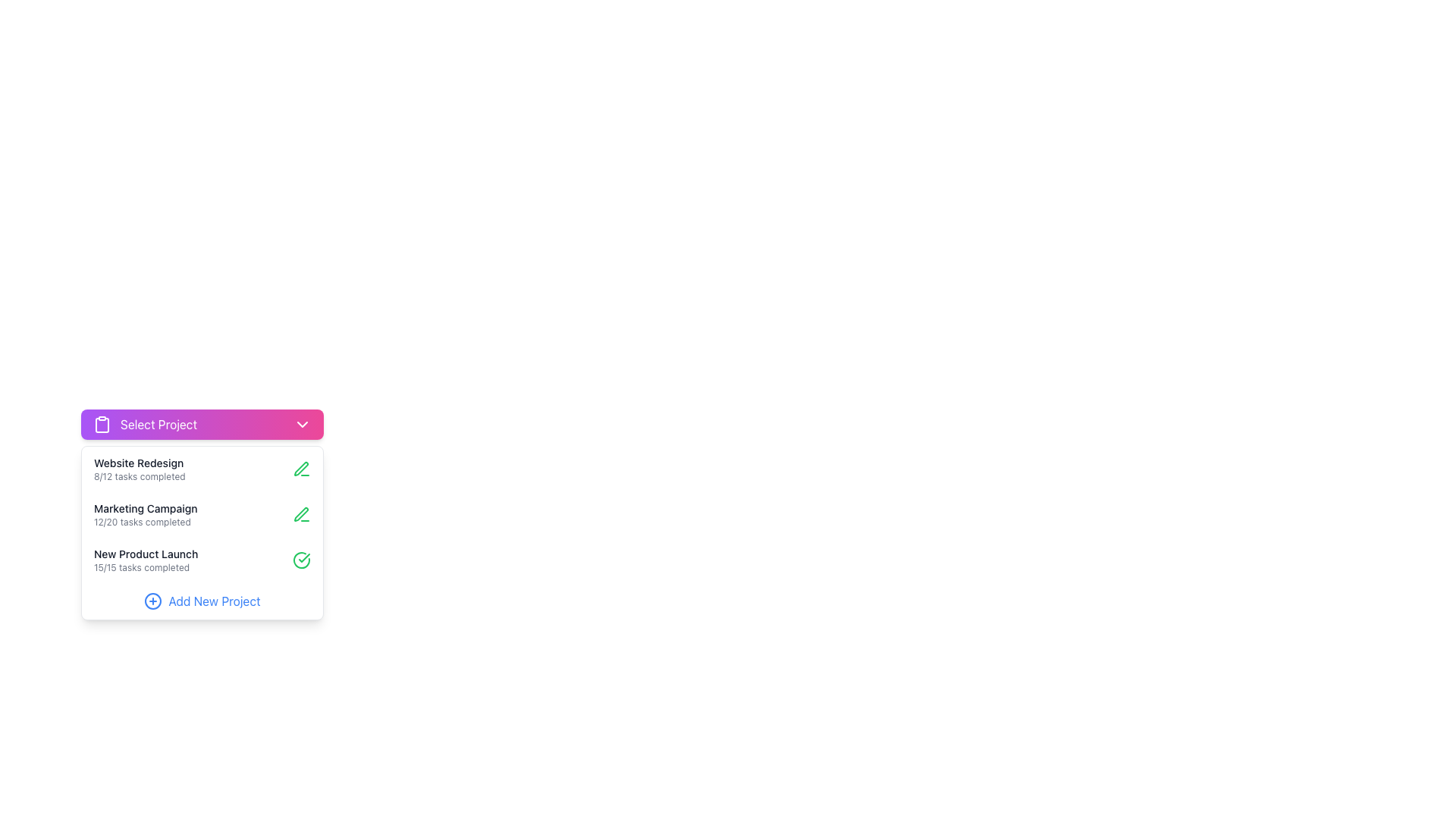 This screenshot has height=819, width=1456. Describe the element at coordinates (140, 462) in the screenshot. I see `the 'Website Redesign' Text Label element displayed in a small font size with medium weight and black text color located at the top left of the project selection dropdown menu` at that location.